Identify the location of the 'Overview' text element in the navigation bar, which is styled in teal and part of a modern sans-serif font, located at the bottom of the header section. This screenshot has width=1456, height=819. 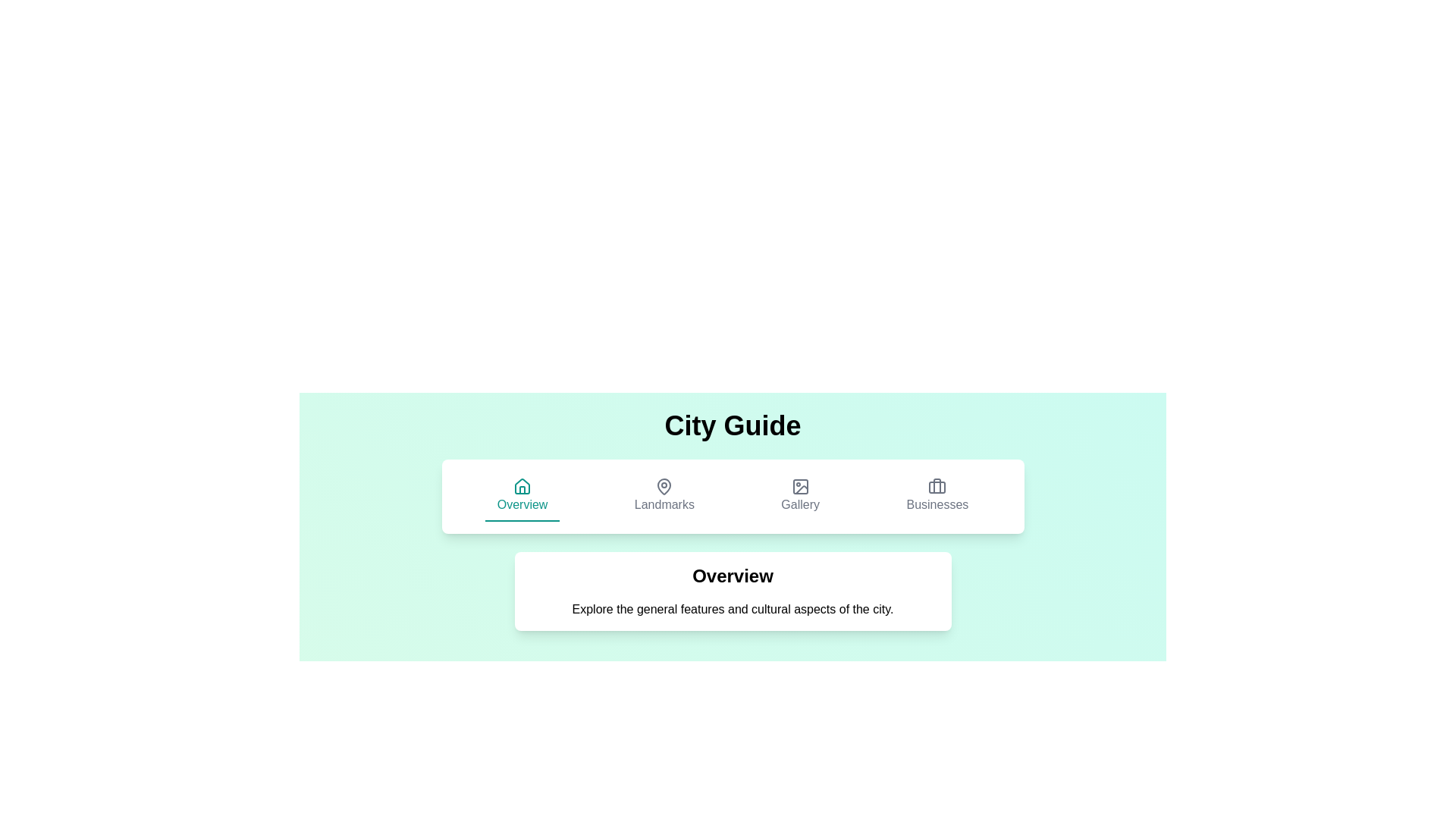
(522, 505).